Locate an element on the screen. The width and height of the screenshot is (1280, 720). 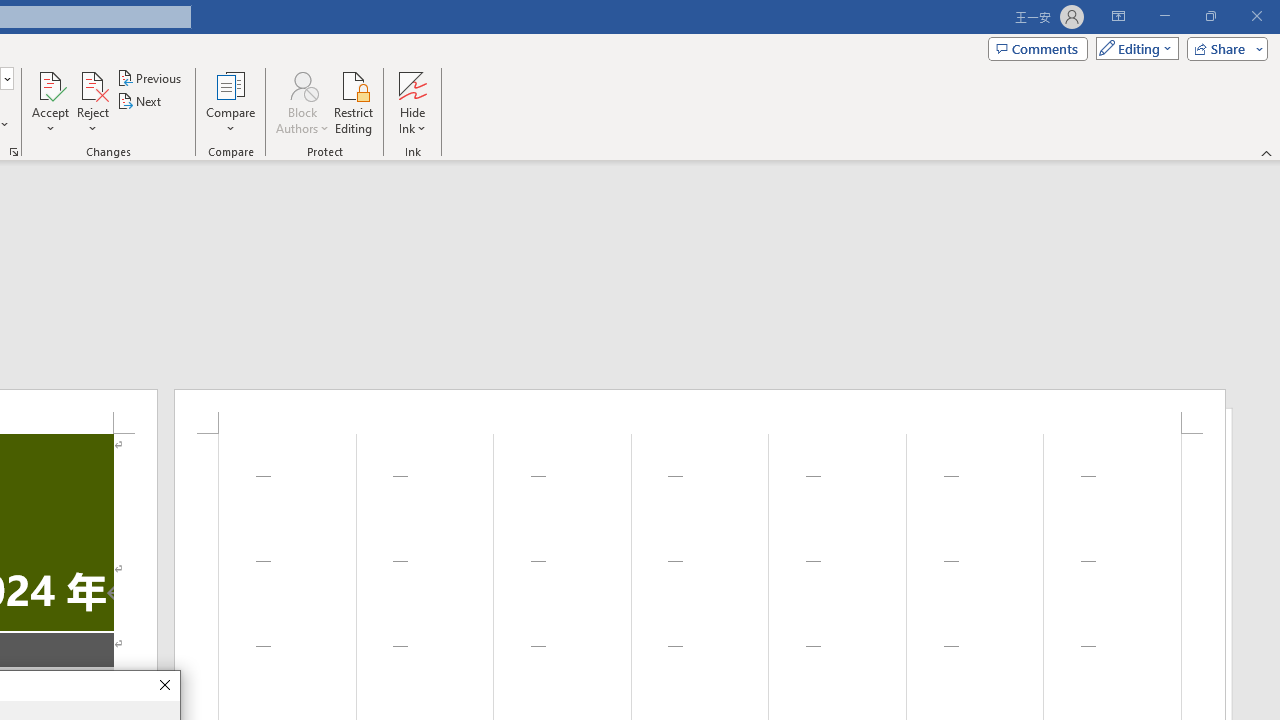
'Compare' is located at coordinates (231, 103).